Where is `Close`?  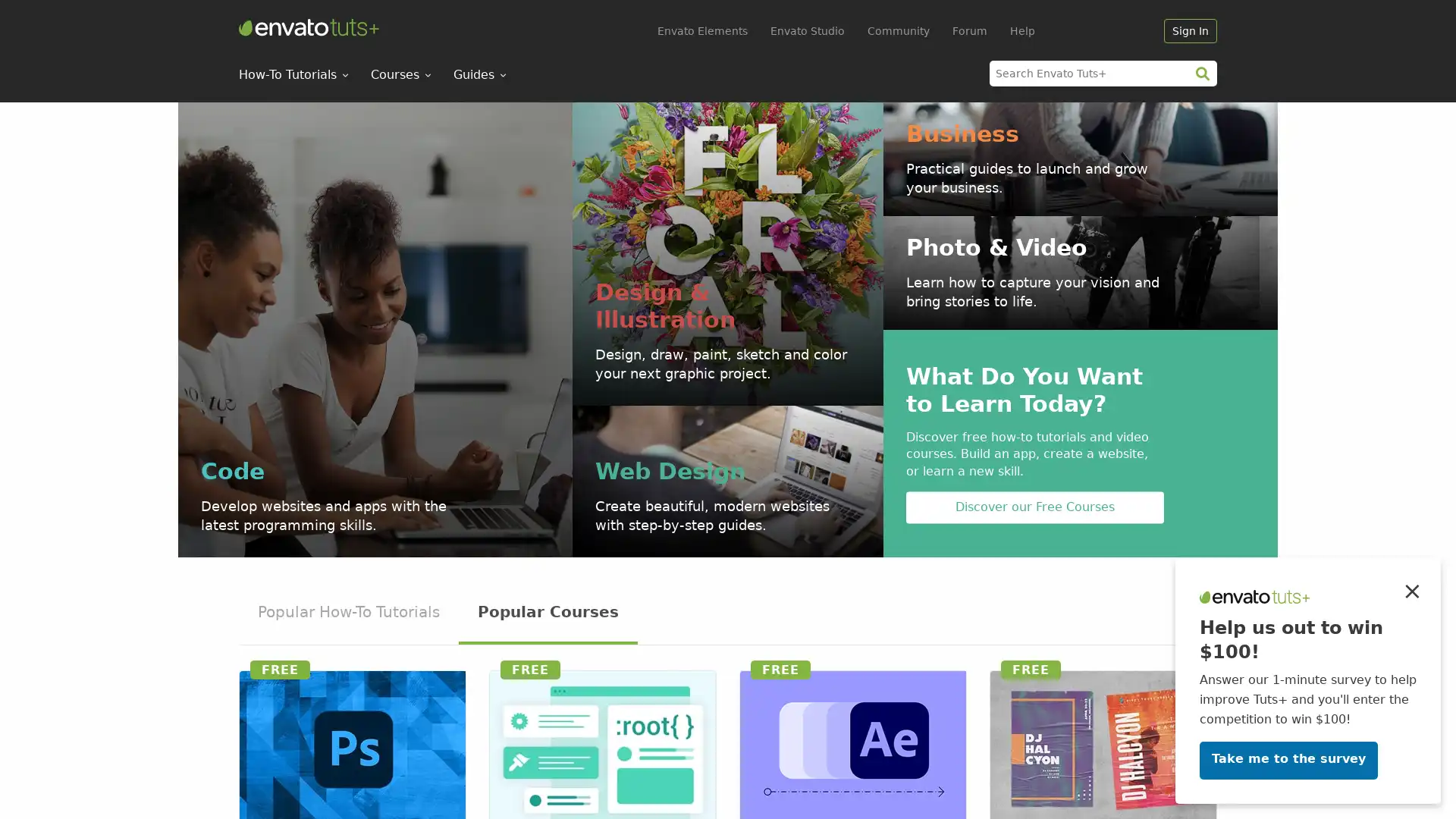 Close is located at coordinates (1411, 590).